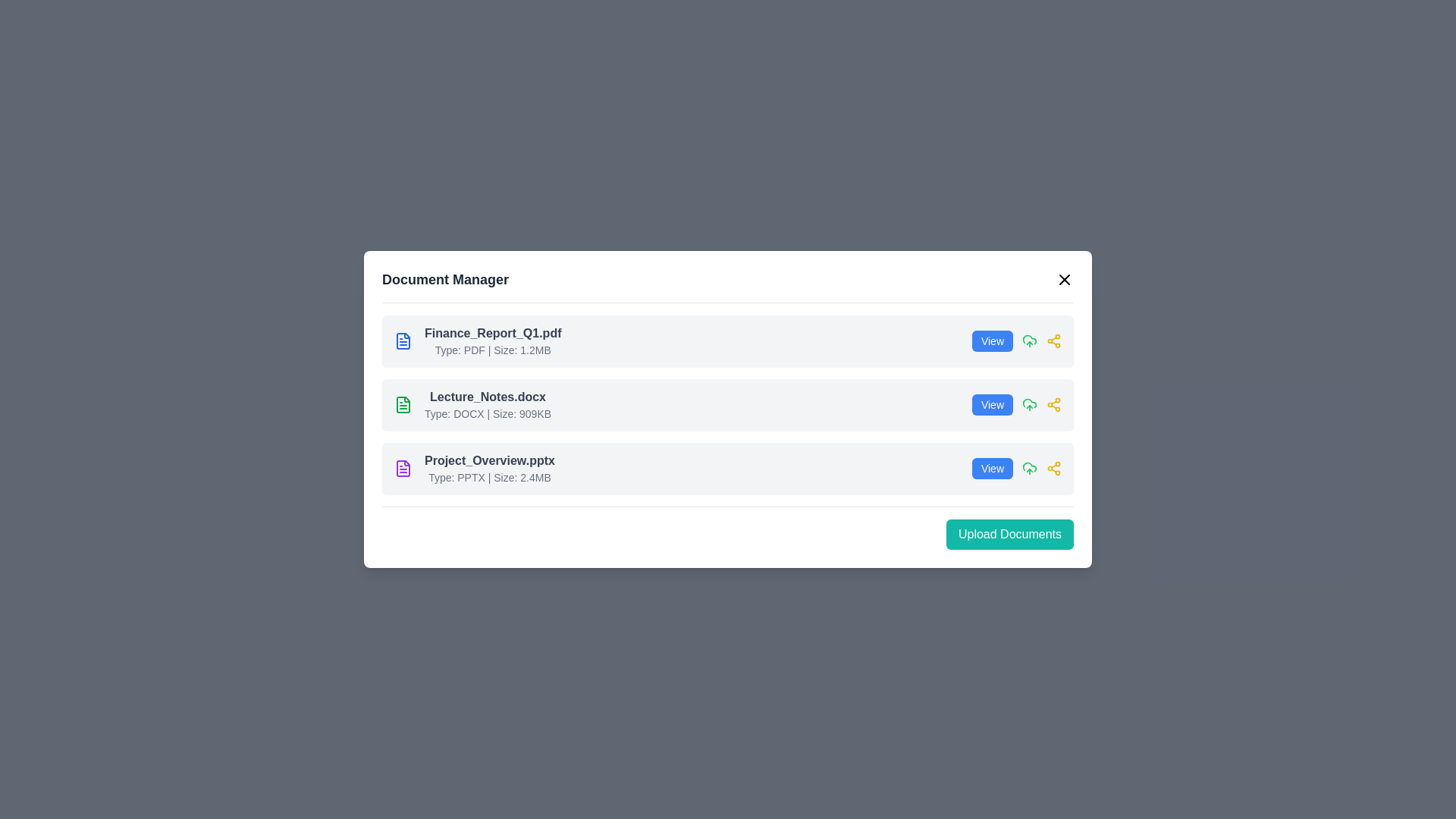 Image resolution: width=1456 pixels, height=819 pixels. What do you see at coordinates (728, 527) in the screenshot?
I see `the upload button located at the bottom-right corner of the document management interface to initiate the upload process` at bounding box center [728, 527].